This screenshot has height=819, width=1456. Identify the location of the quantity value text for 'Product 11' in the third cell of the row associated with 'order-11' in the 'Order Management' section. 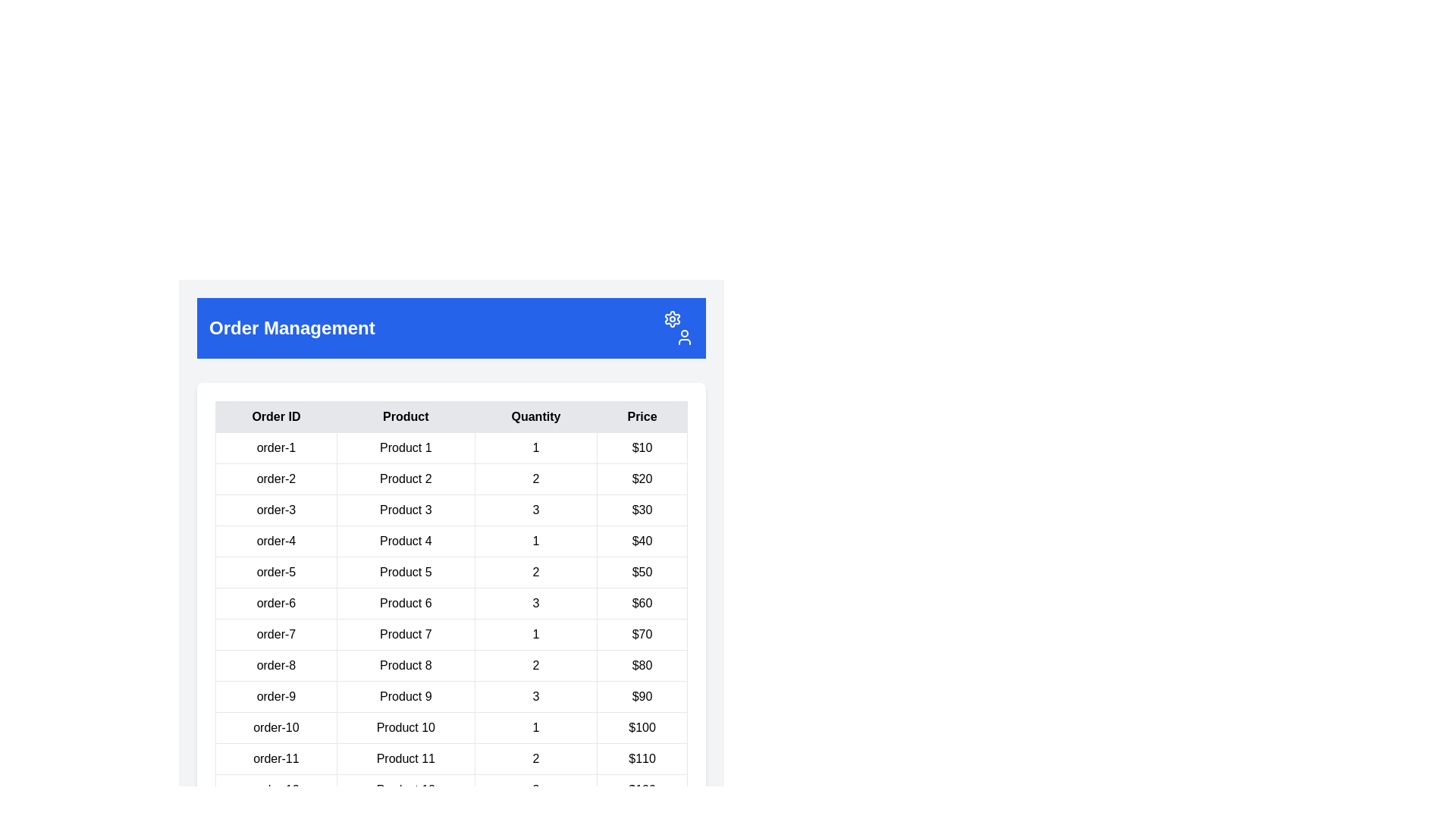
(535, 759).